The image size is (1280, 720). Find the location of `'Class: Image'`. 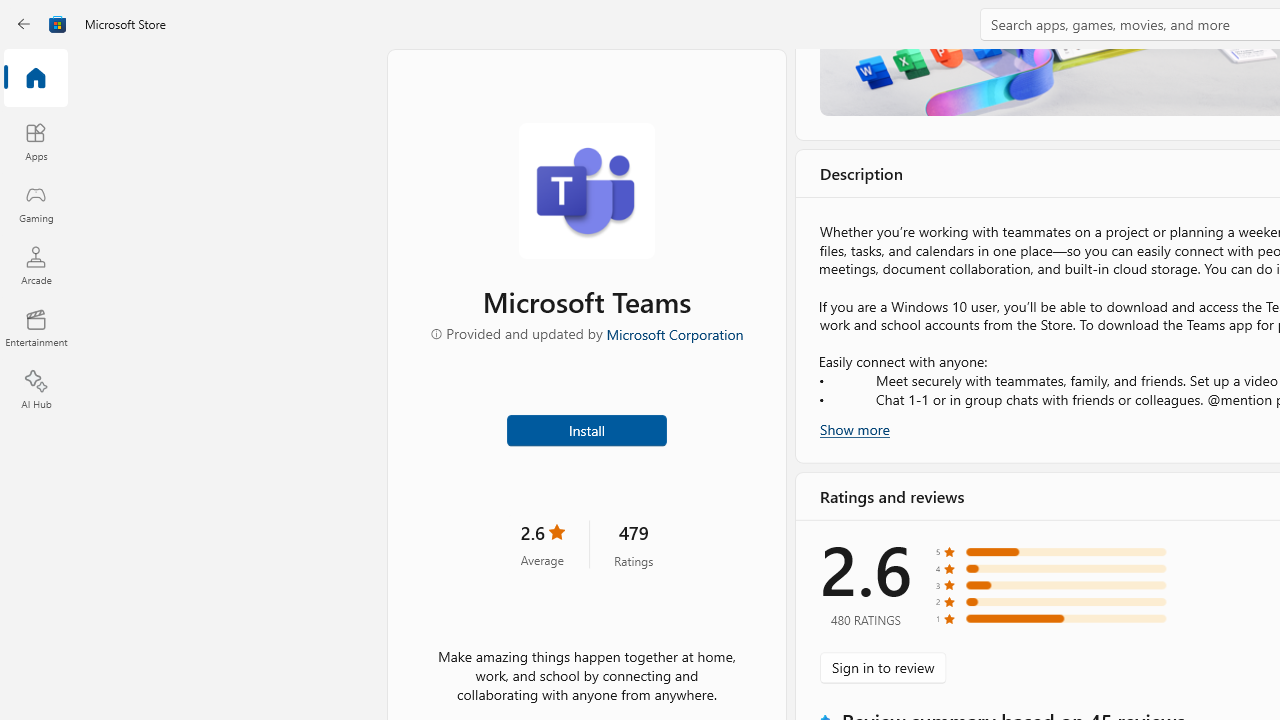

'Class: Image' is located at coordinates (27, 24).